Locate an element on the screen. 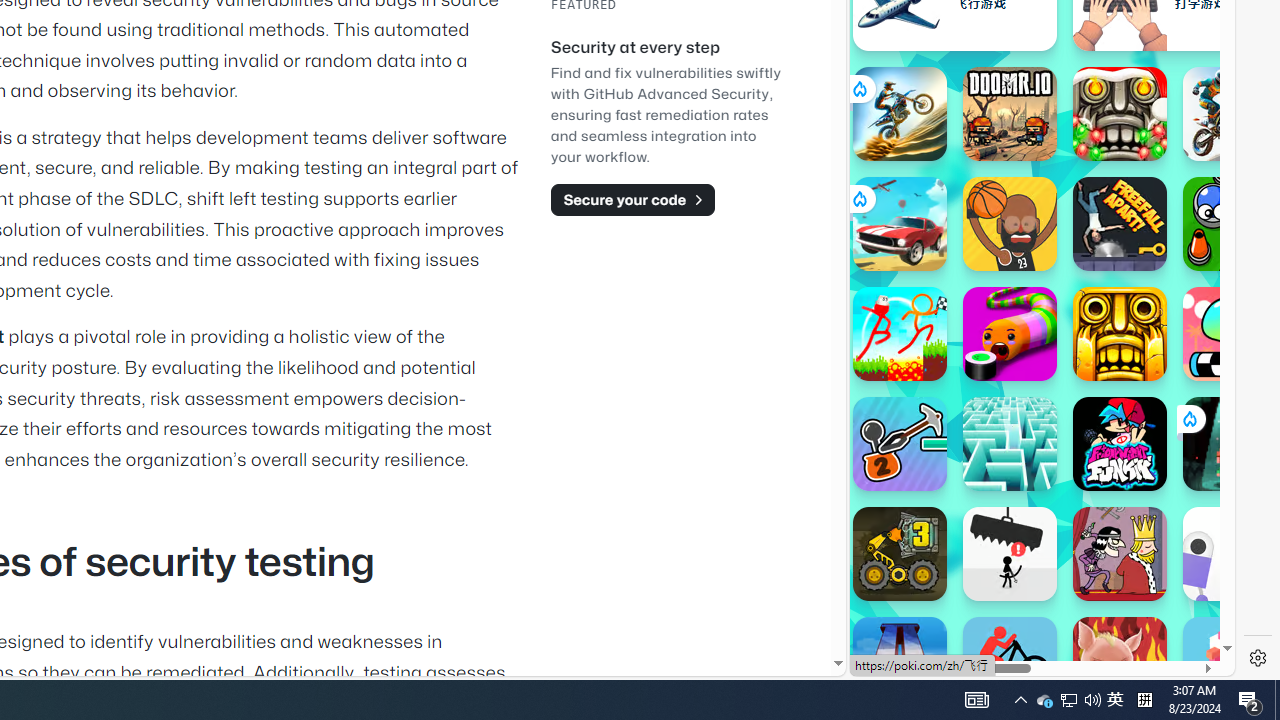 The image size is (1280, 720). 'Trial Mania' is located at coordinates (1229, 114).